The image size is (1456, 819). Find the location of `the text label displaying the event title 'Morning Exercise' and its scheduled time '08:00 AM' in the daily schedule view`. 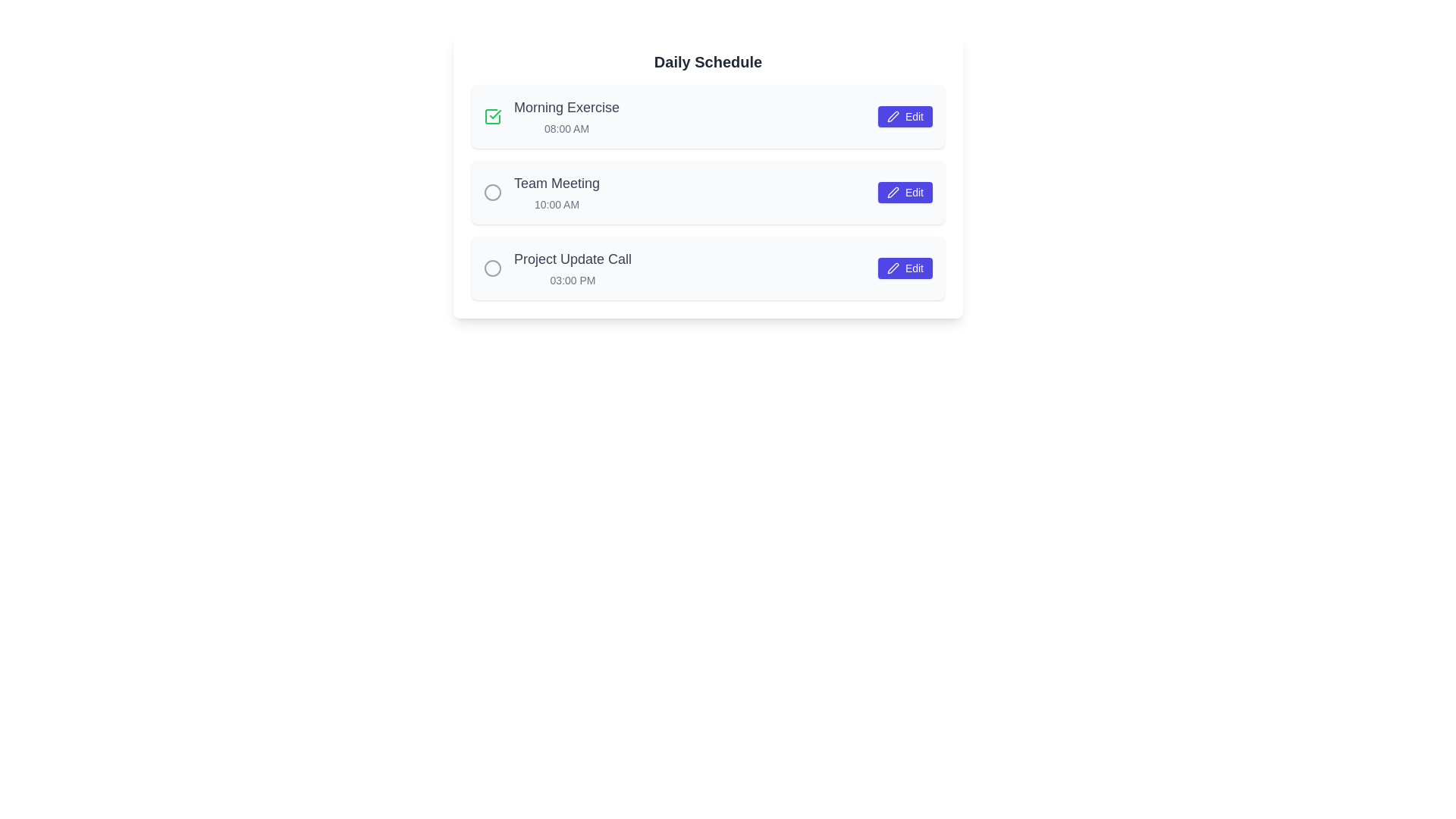

the text label displaying the event title 'Morning Exercise' and its scheduled time '08:00 AM' in the daily schedule view is located at coordinates (566, 116).